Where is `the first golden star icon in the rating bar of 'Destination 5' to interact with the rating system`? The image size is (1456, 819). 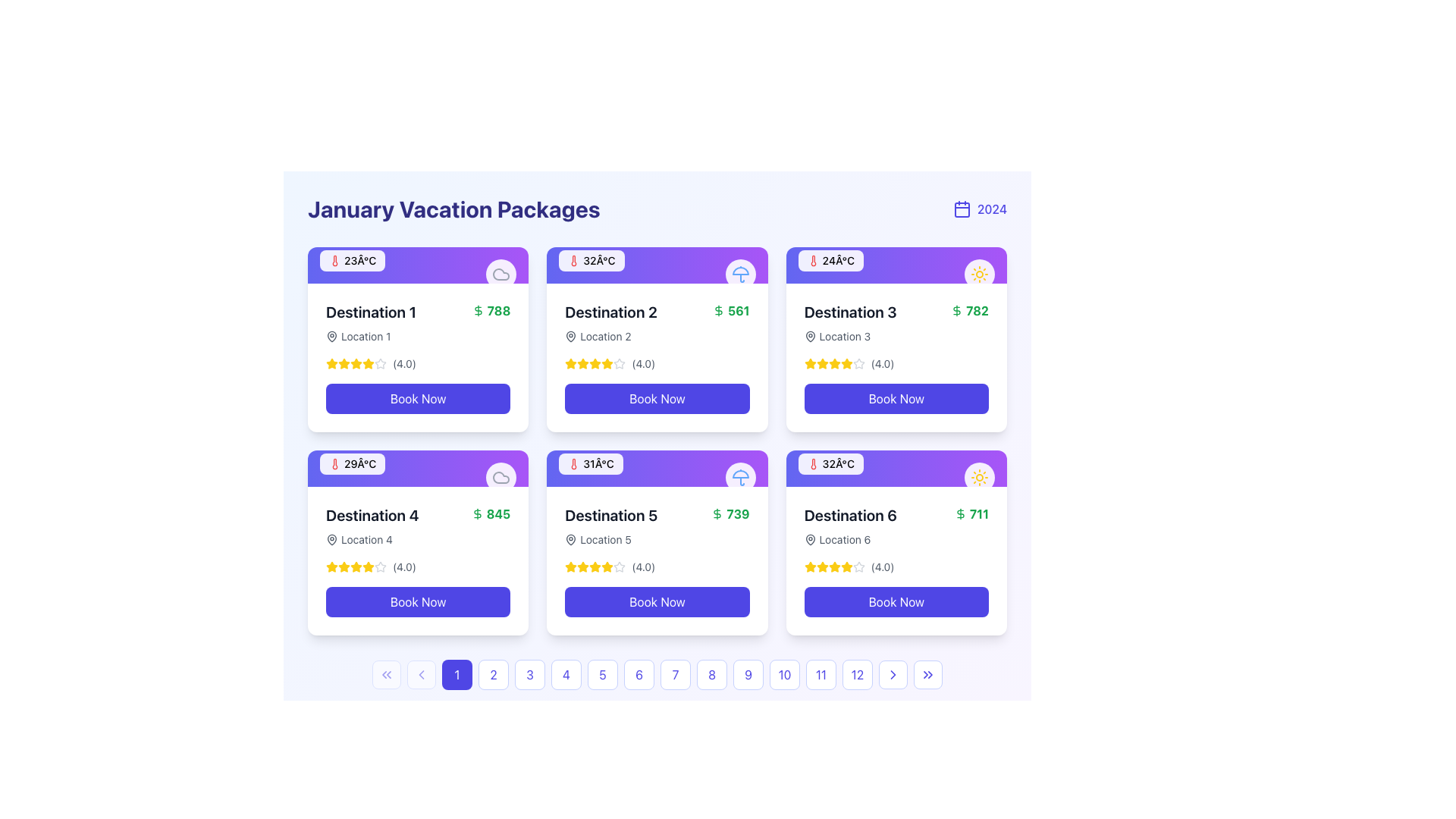 the first golden star icon in the rating bar of 'Destination 5' to interact with the rating system is located at coordinates (582, 566).